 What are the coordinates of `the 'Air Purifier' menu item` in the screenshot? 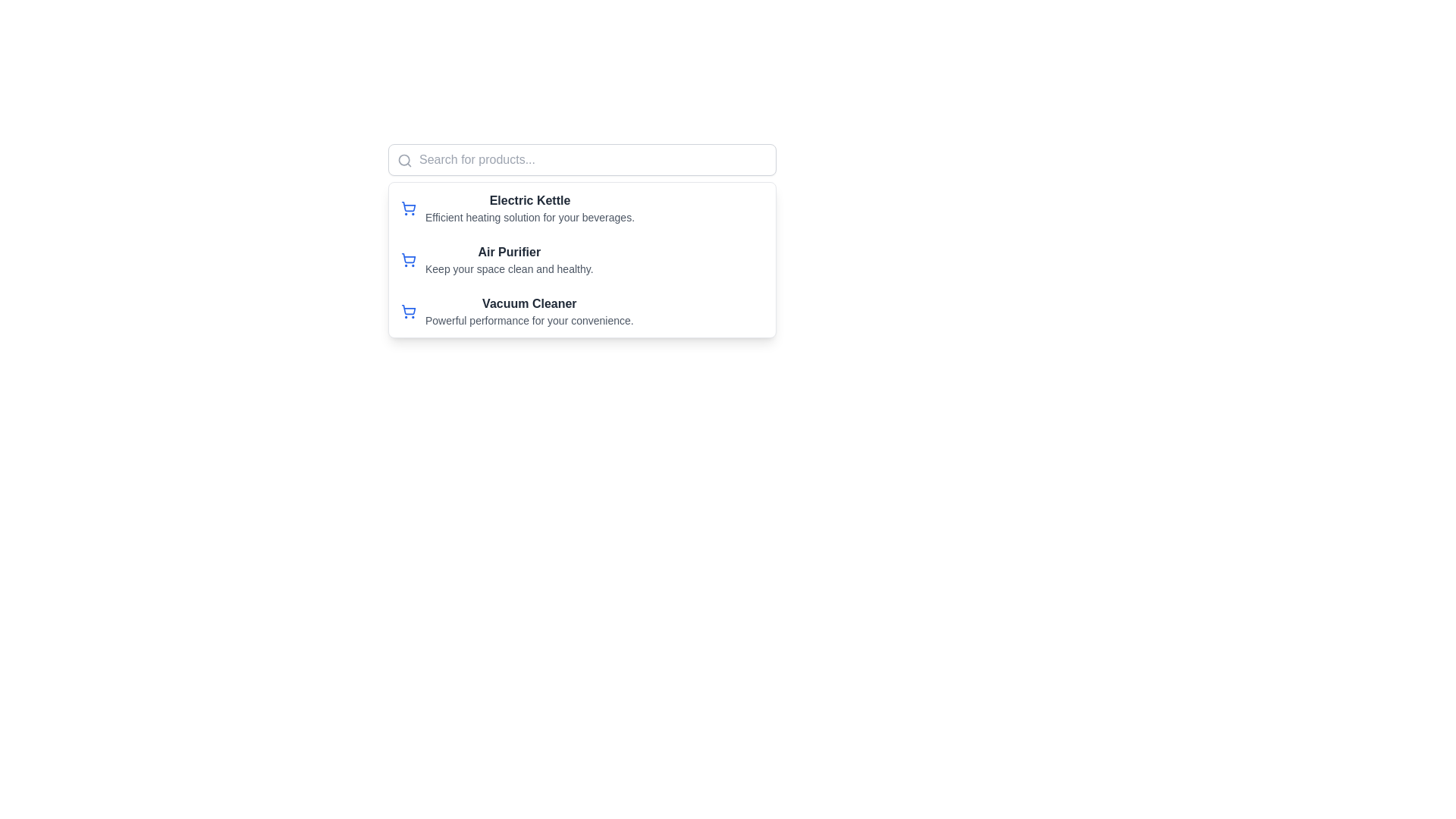 It's located at (582, 259).